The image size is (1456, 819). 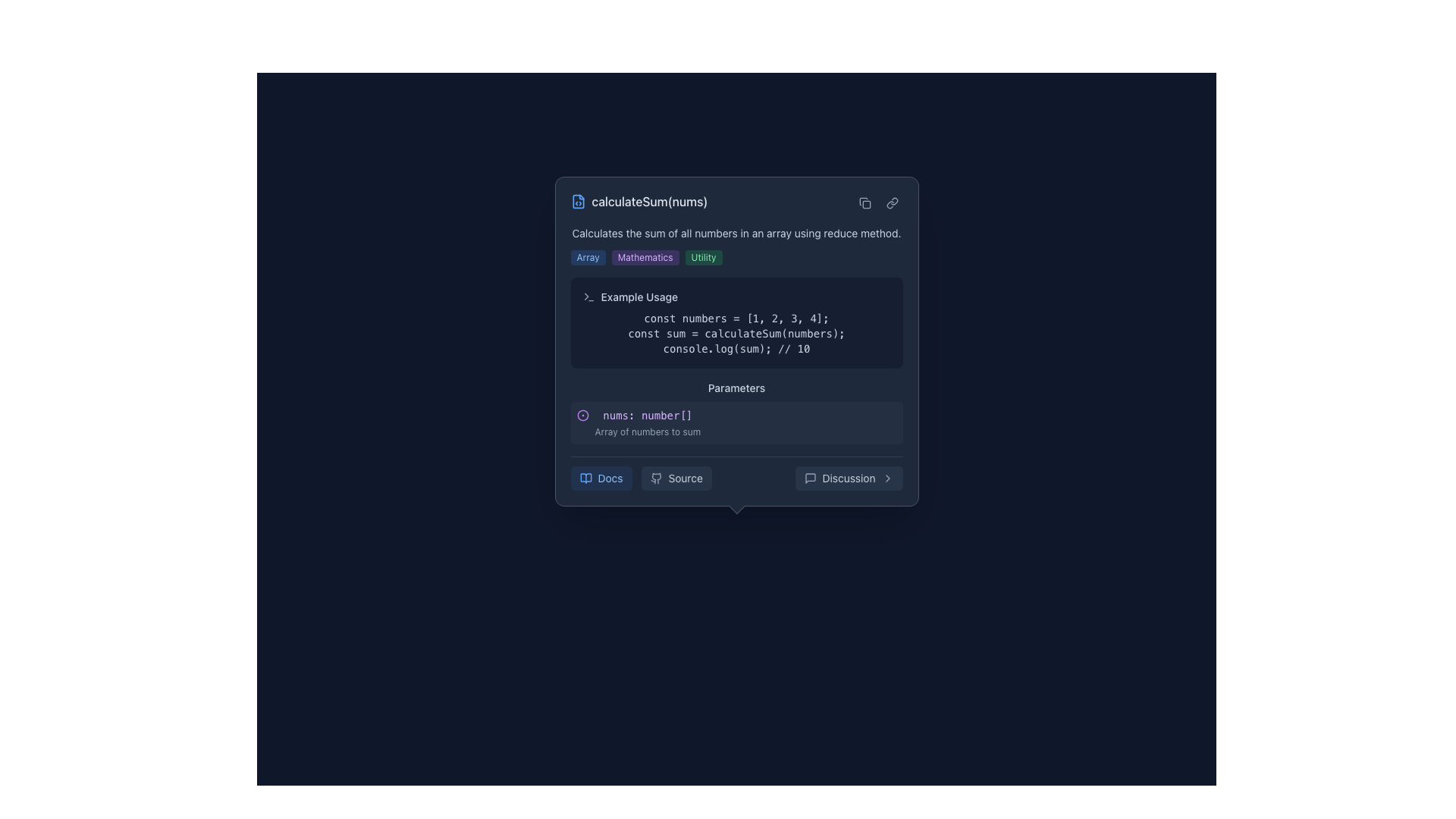 I want to click on the text label within the button that activates the associated function for navigation to the discussion forum, so click(x=848, y=479).